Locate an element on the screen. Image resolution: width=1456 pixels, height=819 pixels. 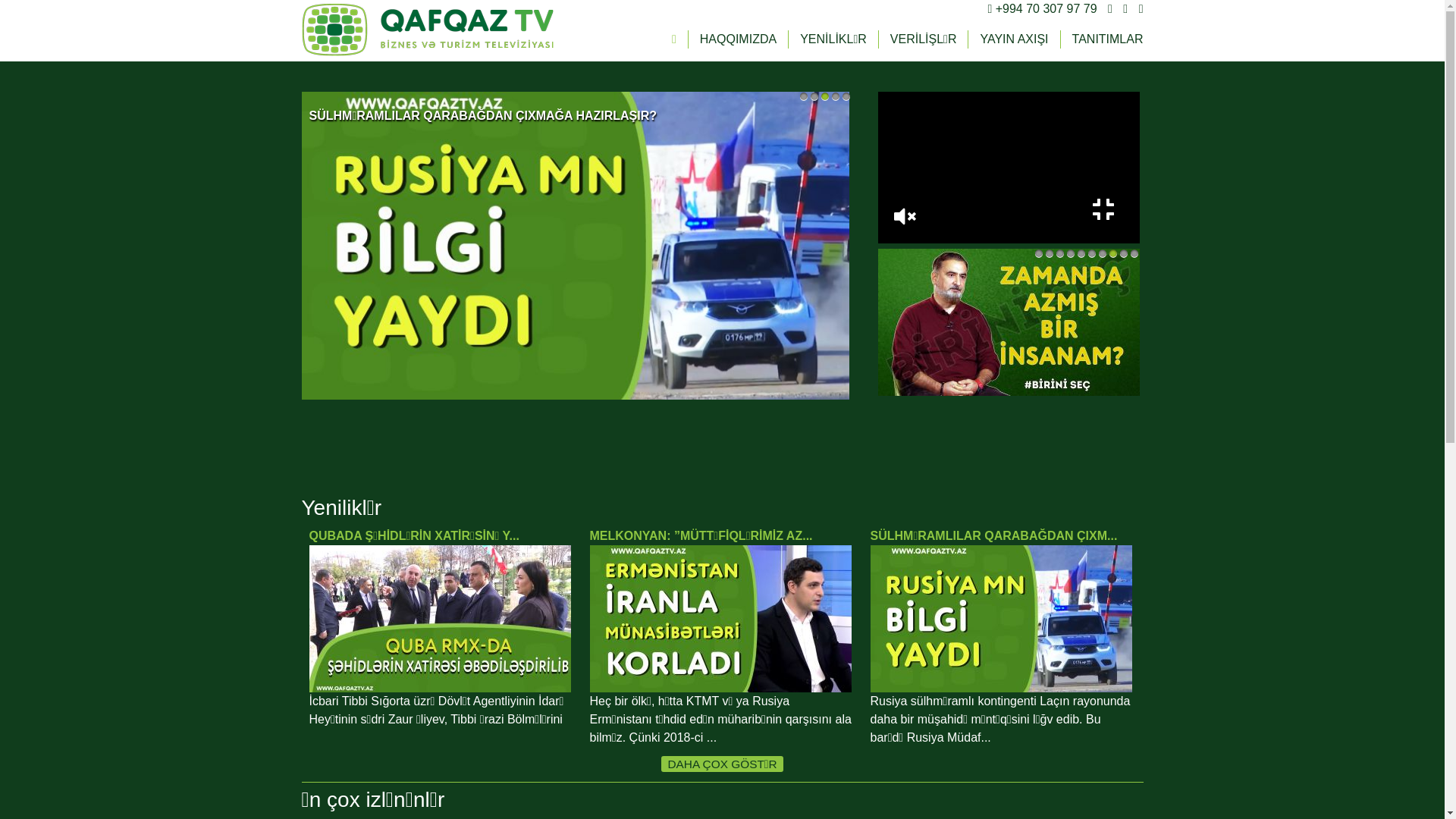
'3' is located at coordinates (1059, 253).